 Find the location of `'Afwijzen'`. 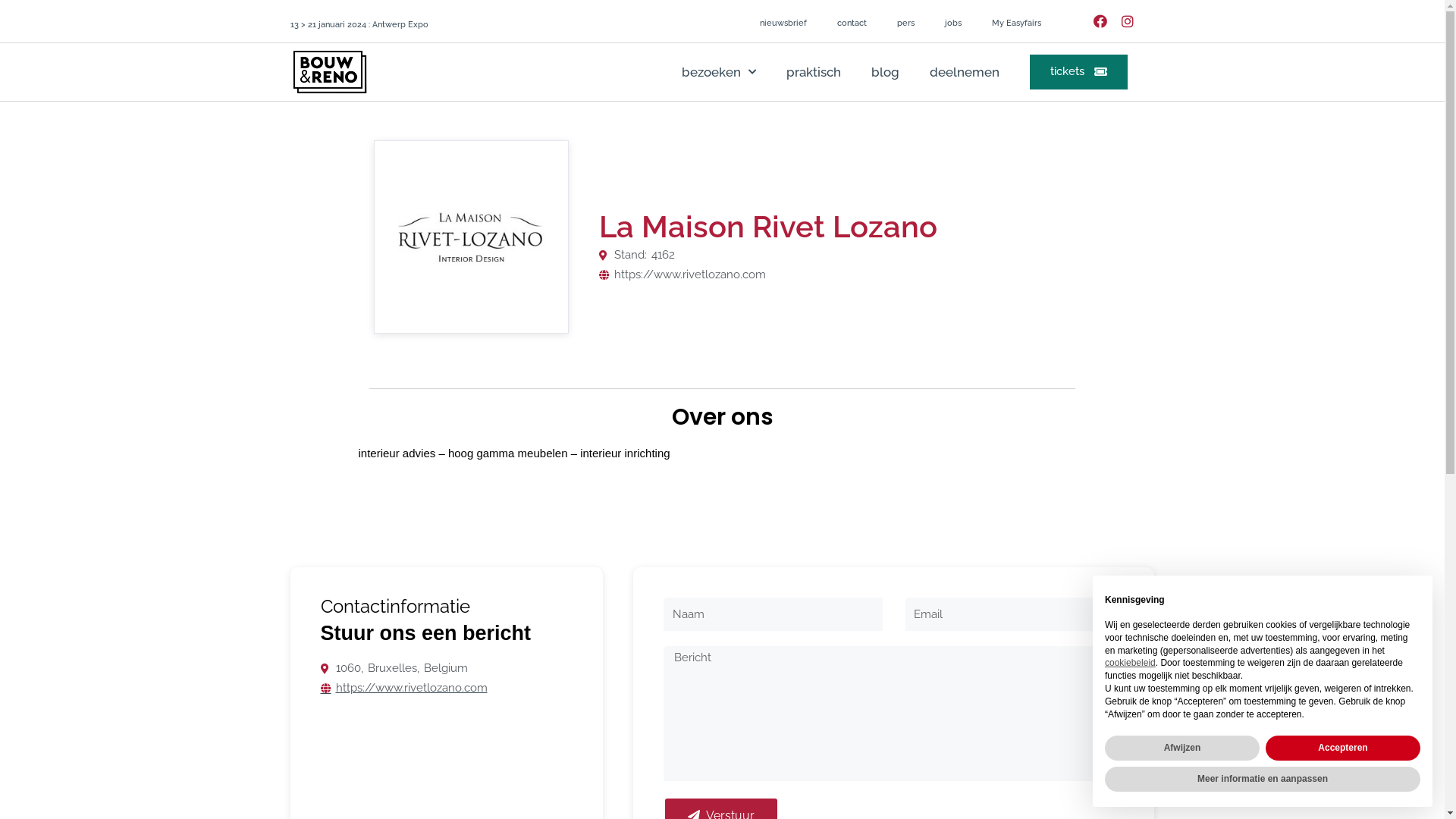

'Afwijzen' is located at coordinates (1105, 747).